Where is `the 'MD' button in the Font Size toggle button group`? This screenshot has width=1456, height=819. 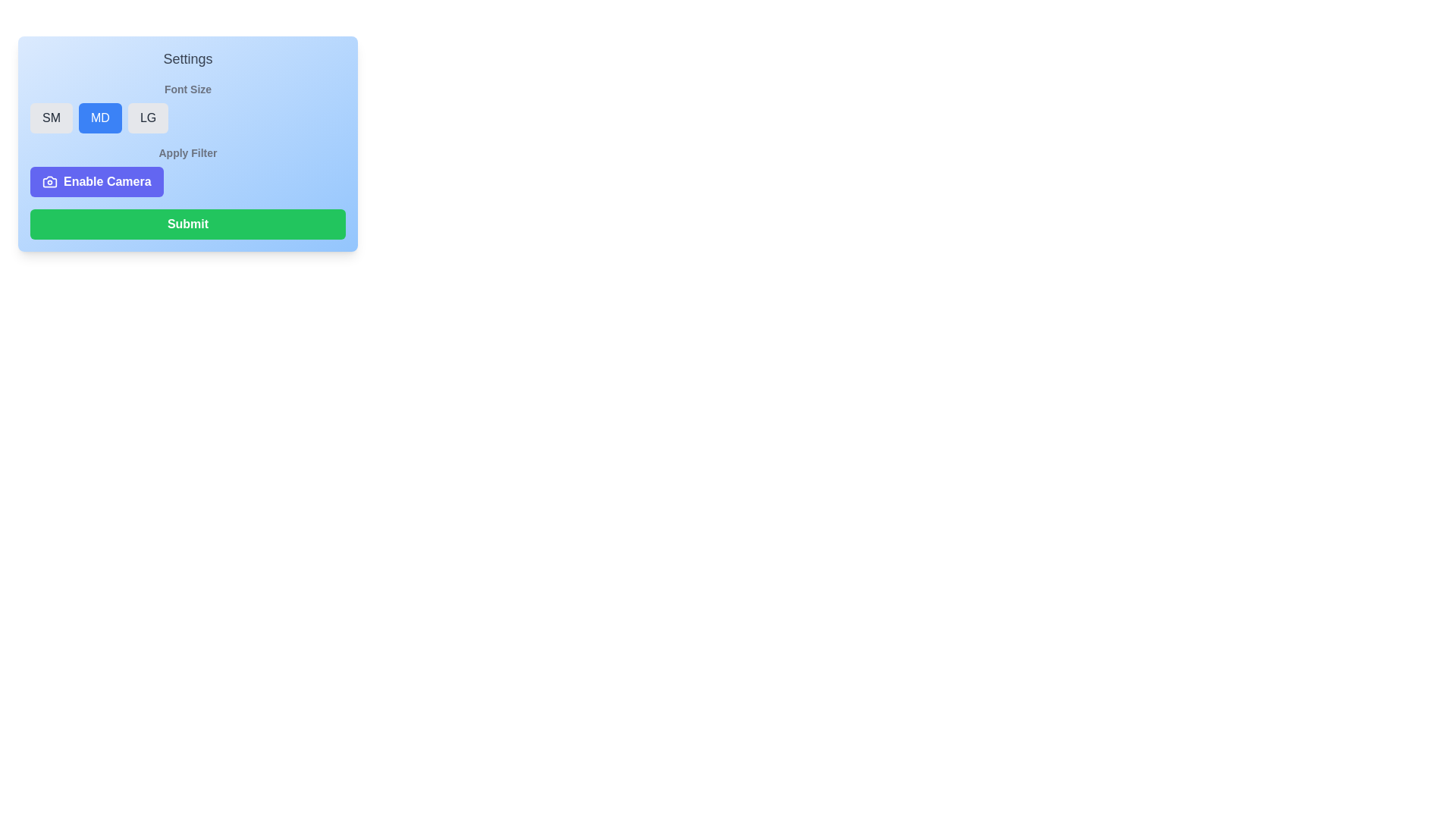 the 'MD' button in the Font Size toggle button group is located at coordinates (187, 117).